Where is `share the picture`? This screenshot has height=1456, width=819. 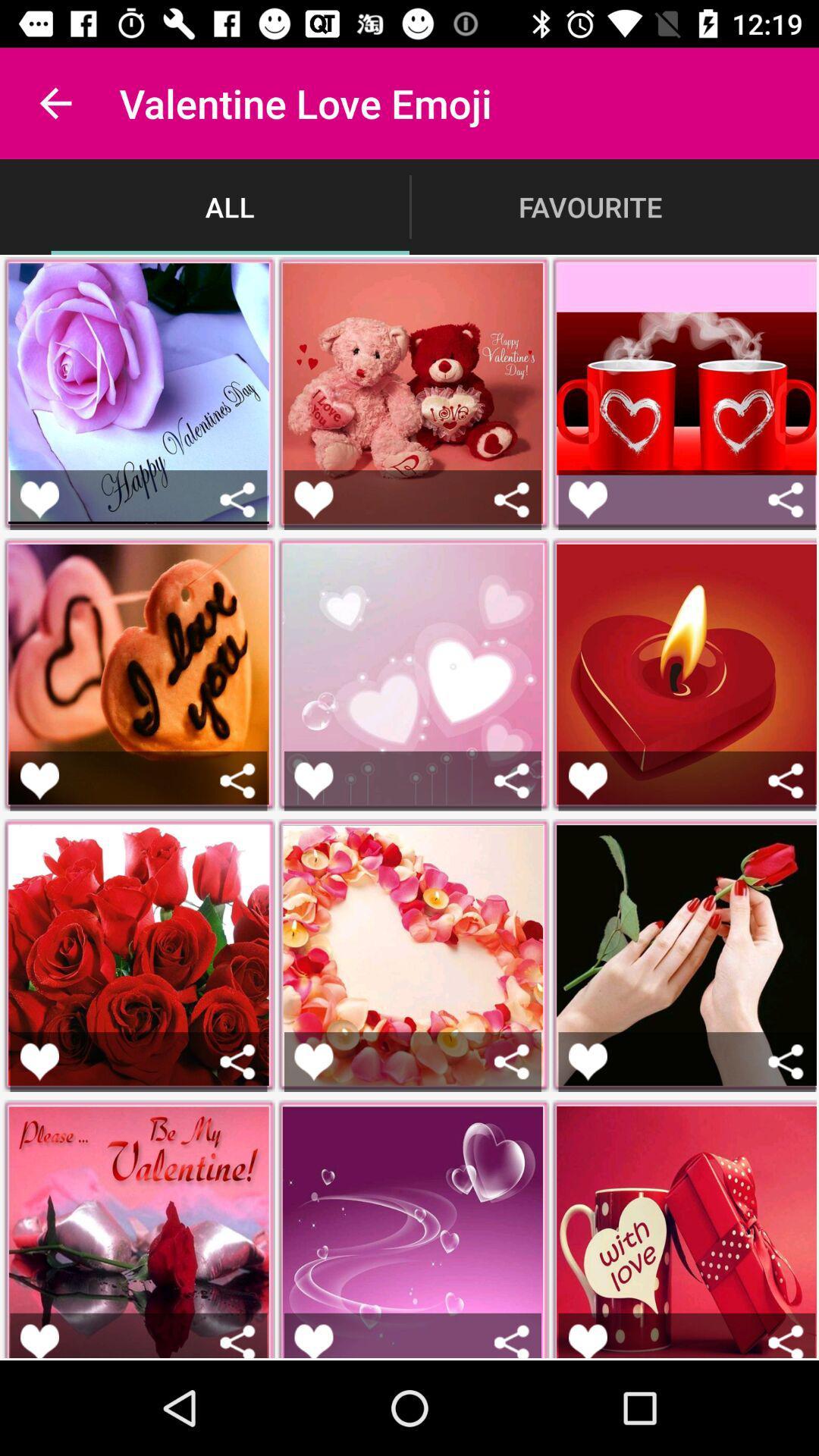
share the picture is located at coordinates (512, 500).